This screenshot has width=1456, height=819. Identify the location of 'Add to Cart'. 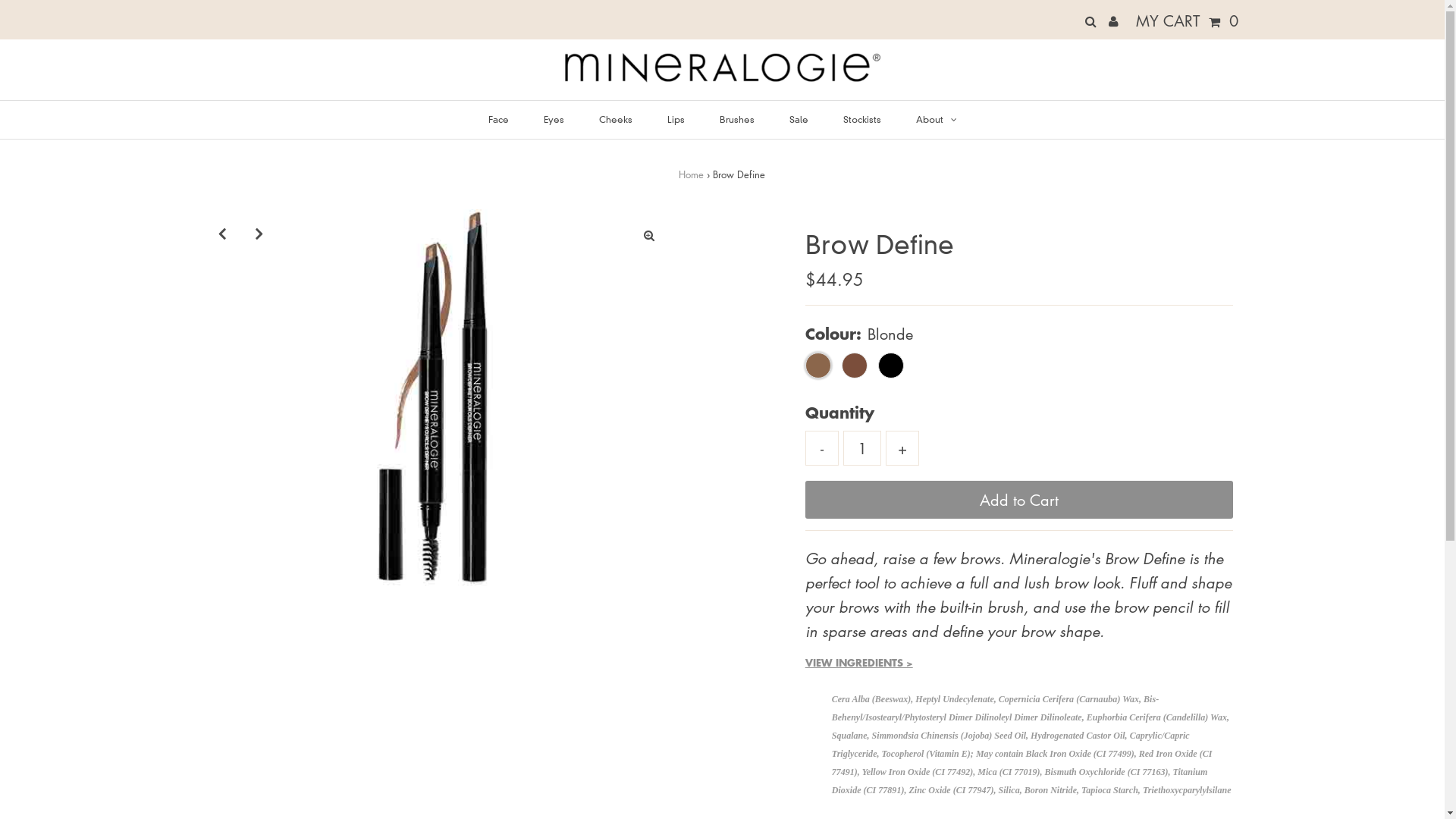
(1019, 500).